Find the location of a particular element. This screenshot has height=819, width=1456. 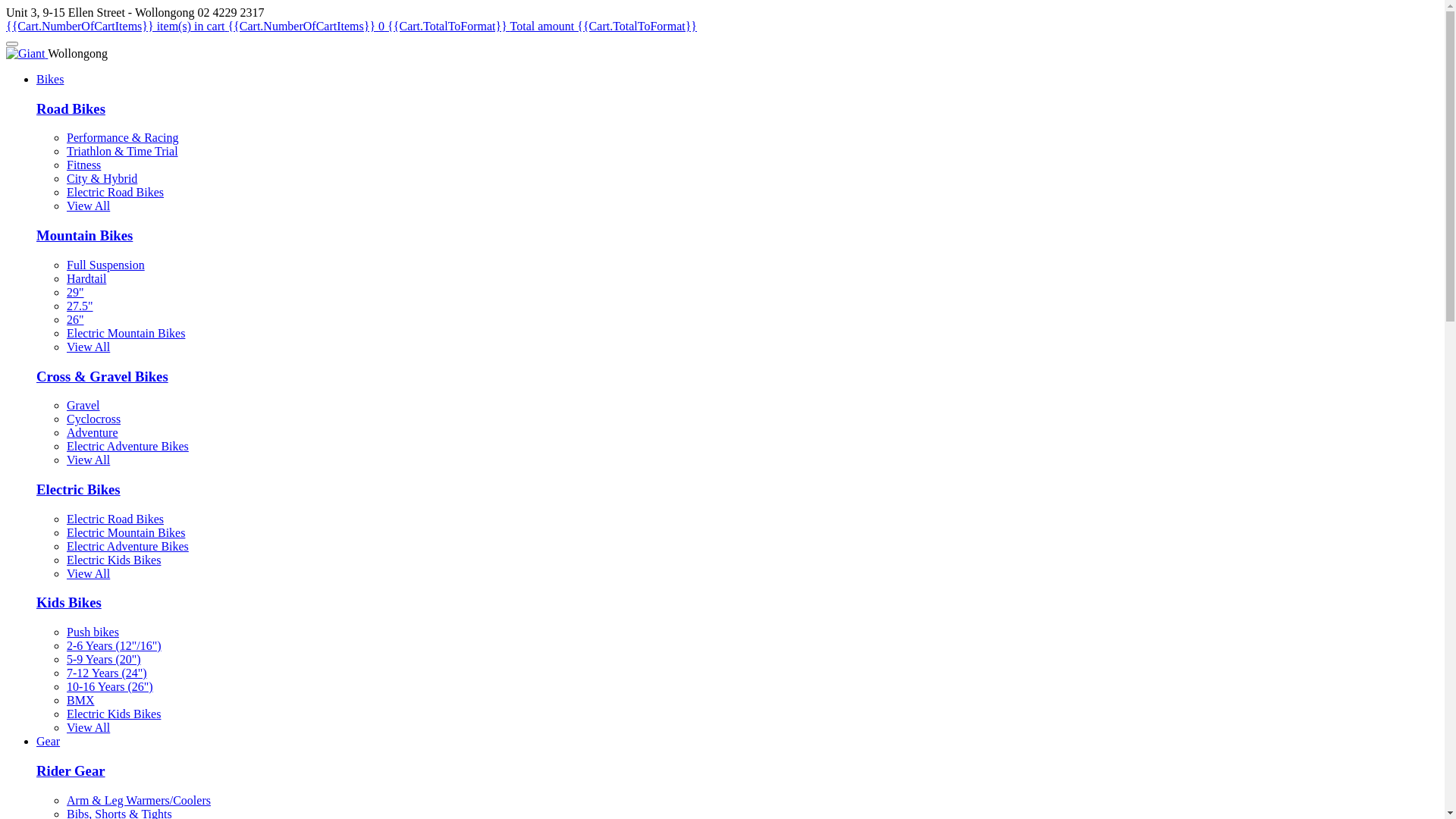

'Gravel' is located at coordinates (83, 404).